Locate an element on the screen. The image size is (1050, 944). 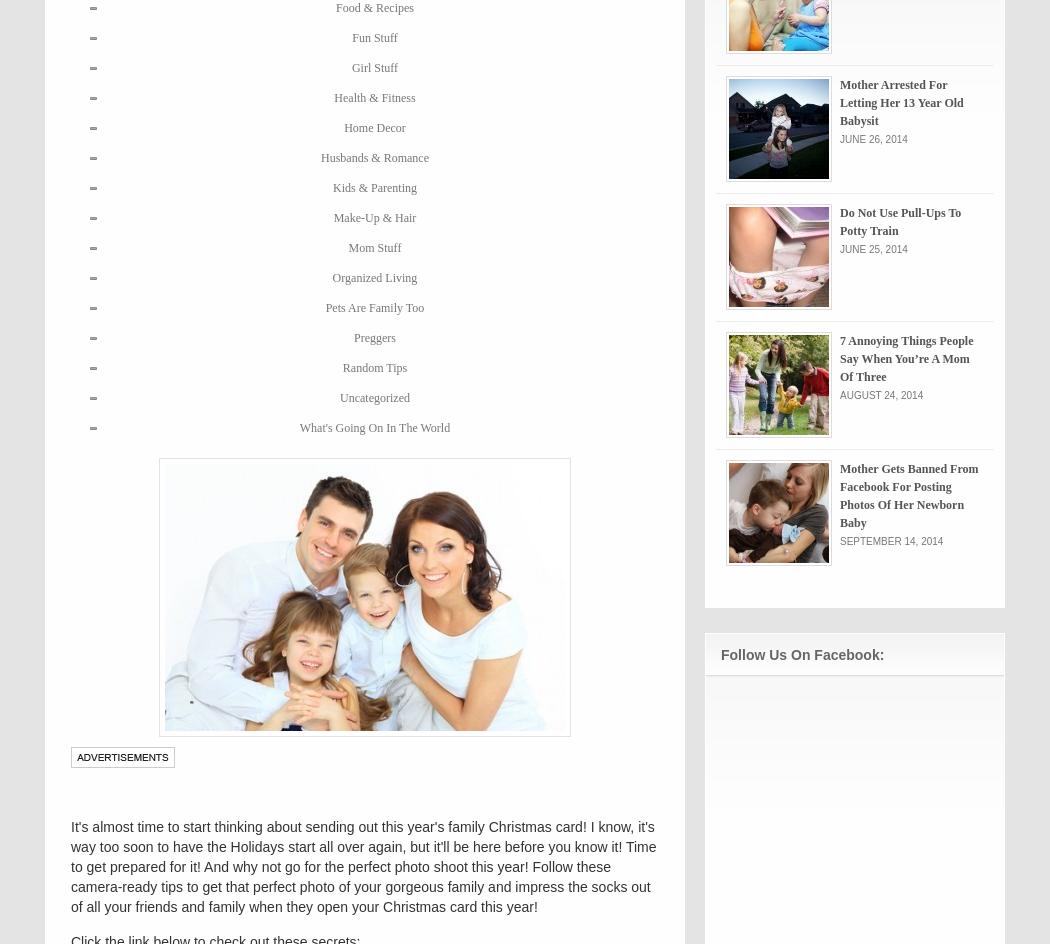
'September 14, 2014' is located at coordinates (890, 540).